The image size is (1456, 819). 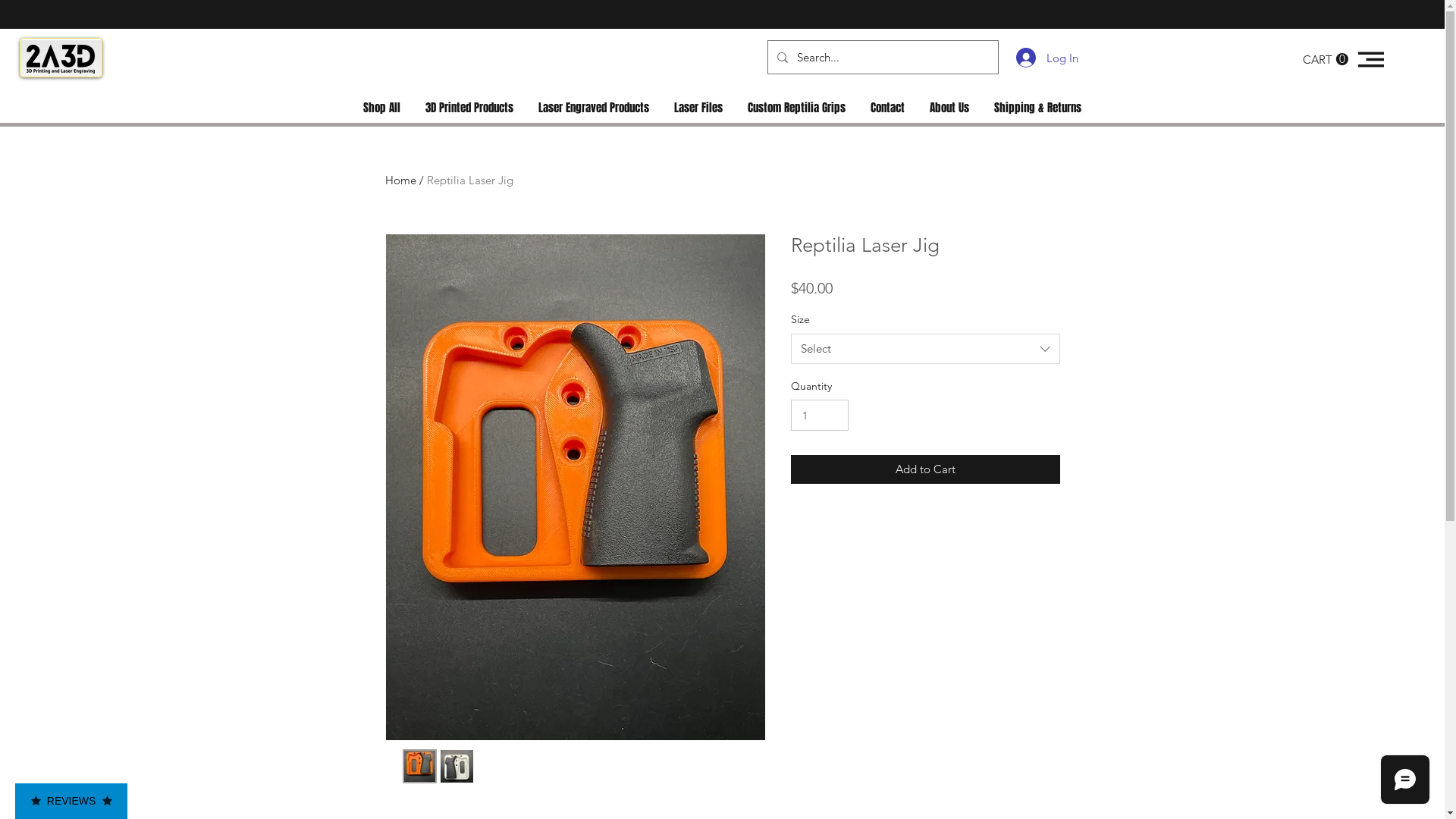 What do you see at coordinates (924, 348) in the screenshot?
I see `'Select'` at bounding box center [924, 348].